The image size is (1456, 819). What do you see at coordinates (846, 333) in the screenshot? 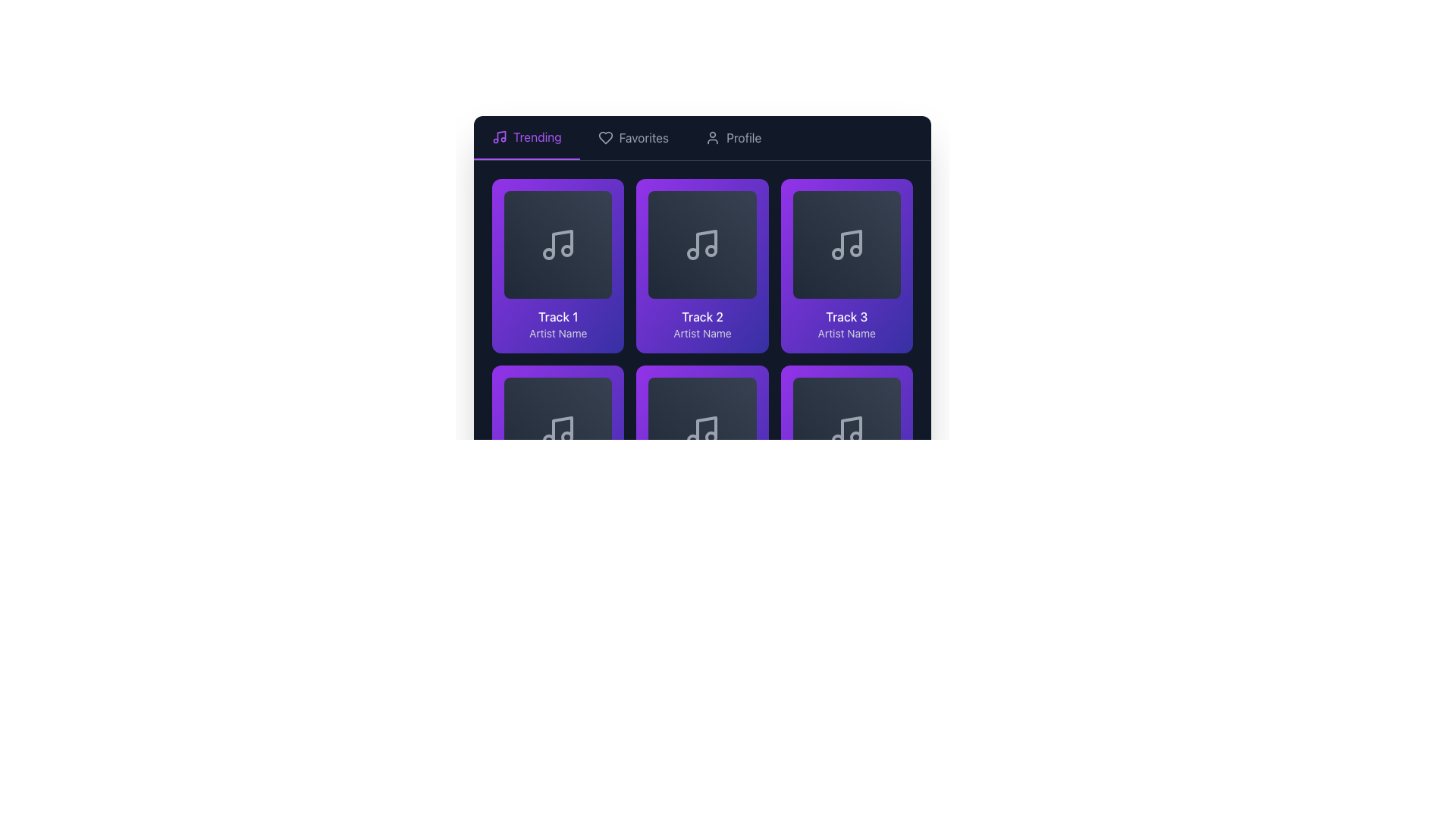
I see `text element displaying 'Artist Name', which is located below 'Track 3' in a card layout with a purple gradient background` at bounding box center [846, 333].